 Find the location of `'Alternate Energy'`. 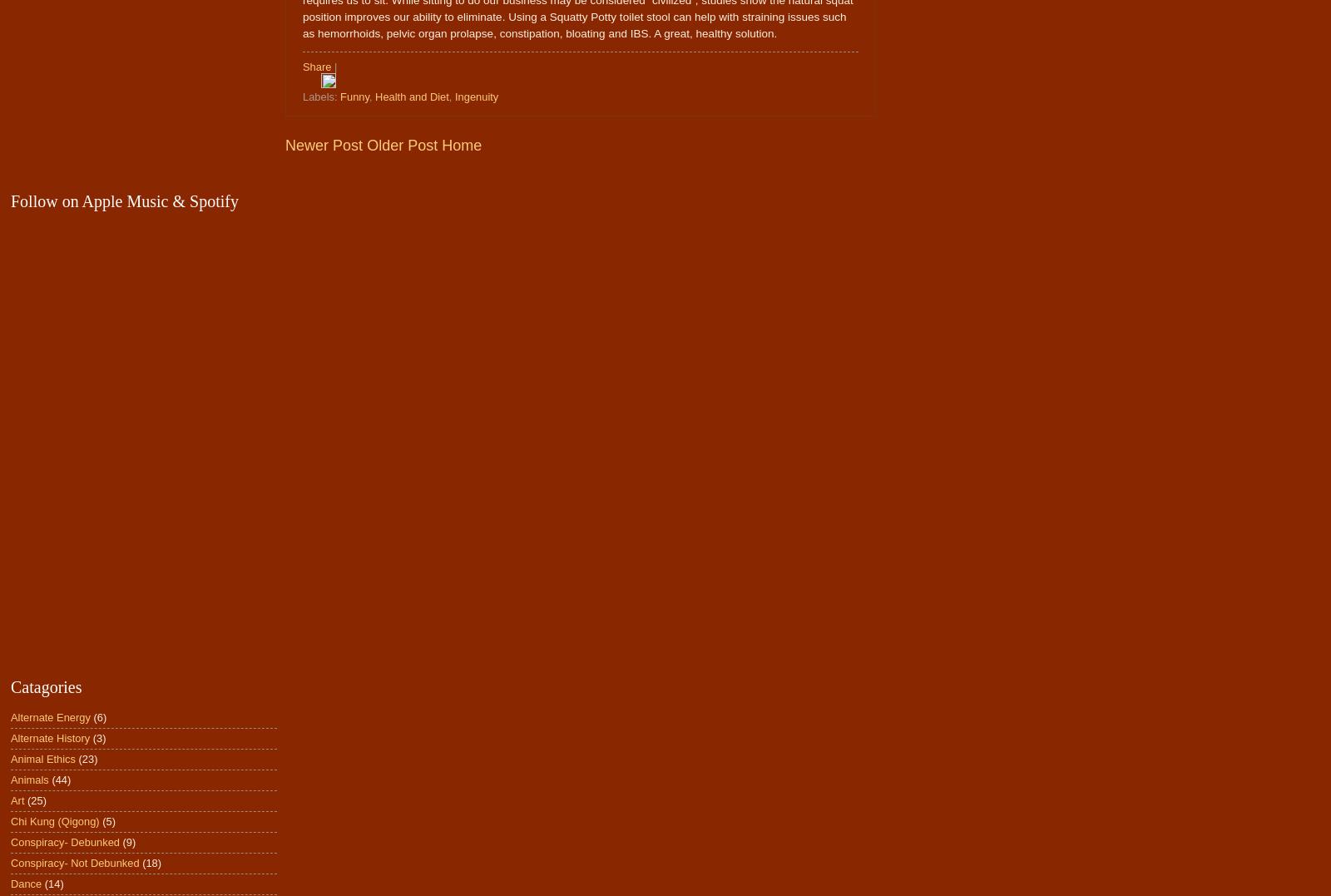

'Alternate Energy' is located at coordinates (49, 716).